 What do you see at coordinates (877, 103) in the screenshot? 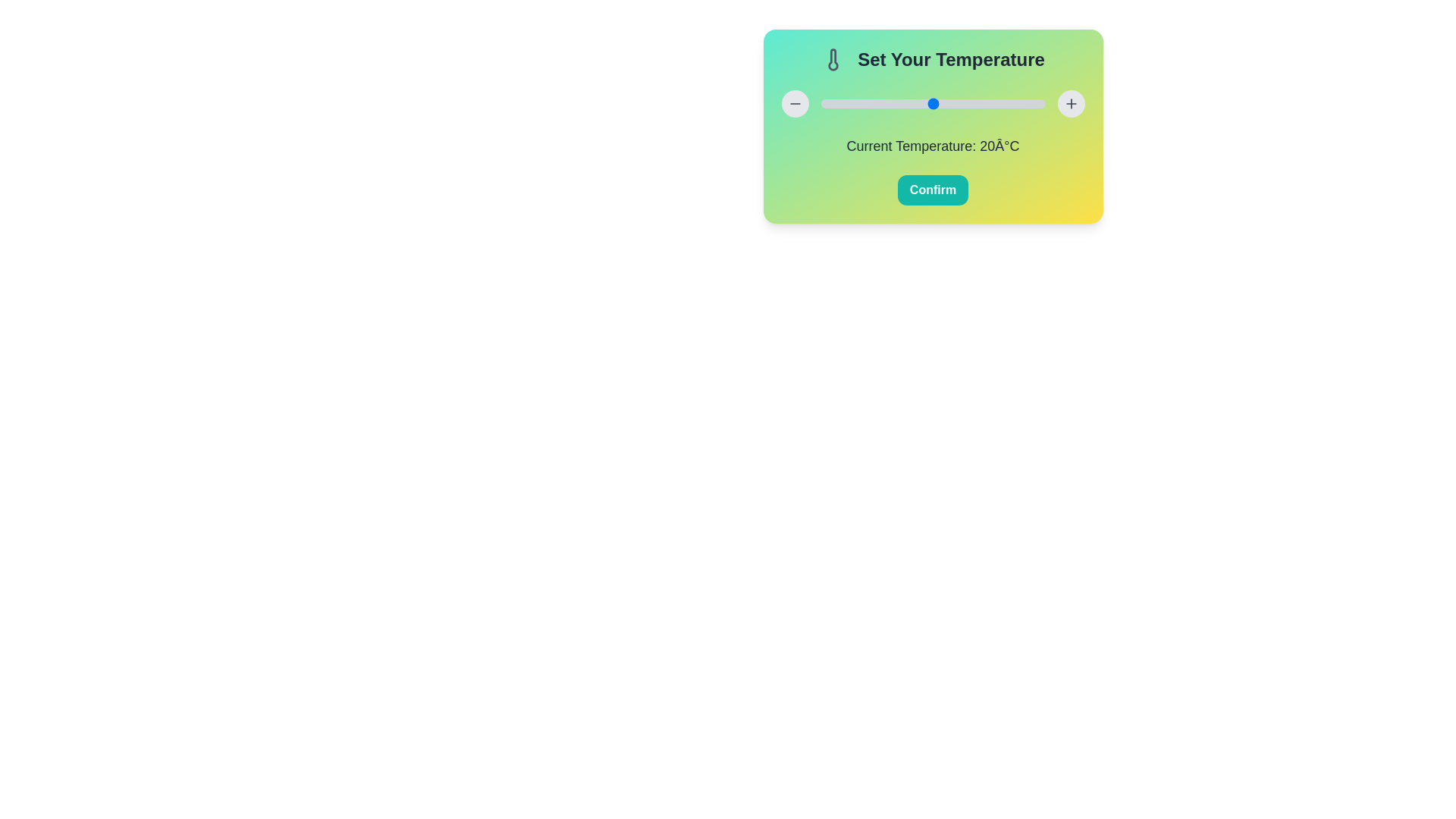
I see `the temperature slider to set the temperature to 10°C` at bounding box center [877, 103].